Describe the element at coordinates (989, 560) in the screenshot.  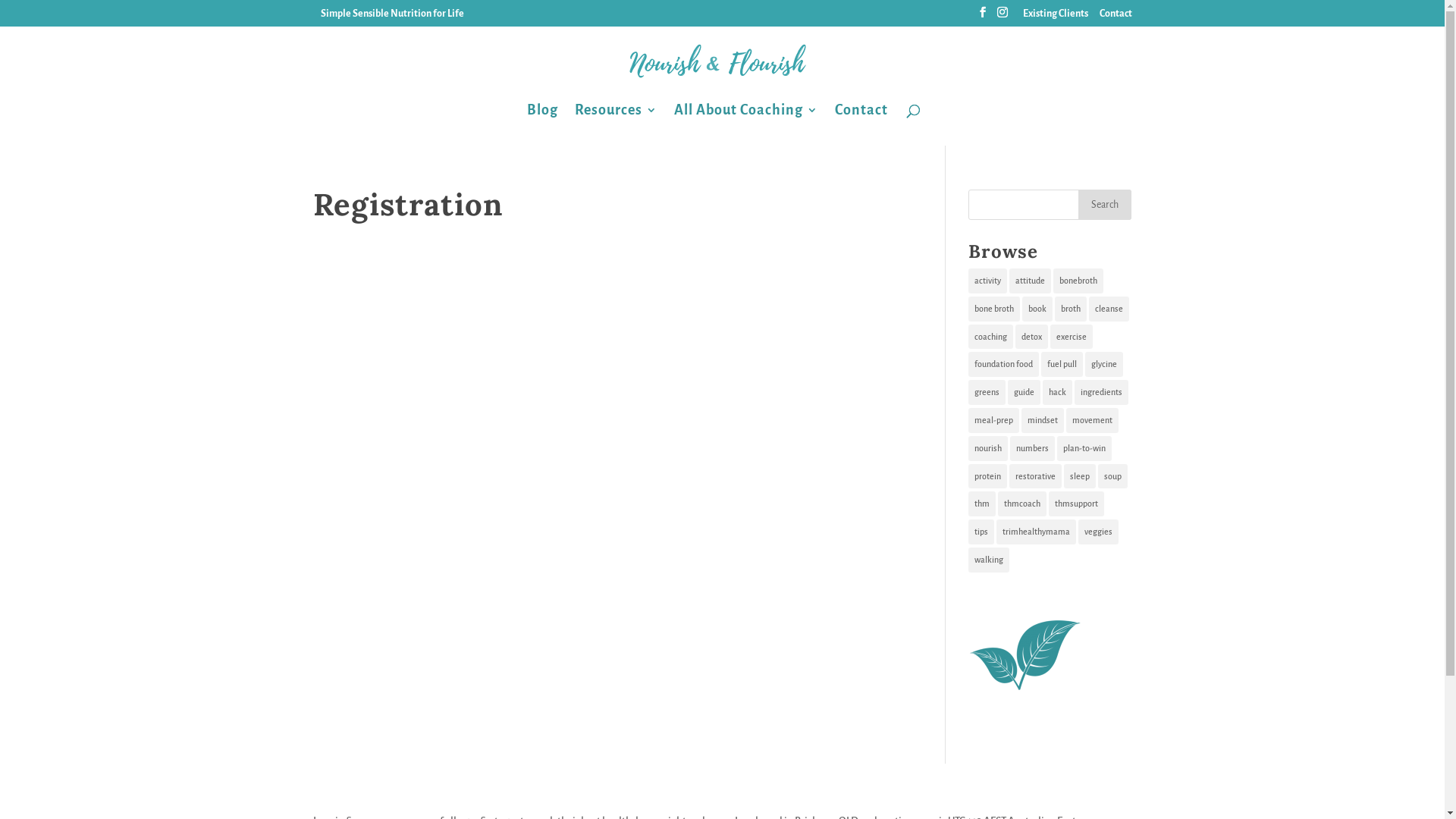
I see `'walking'` at that location.